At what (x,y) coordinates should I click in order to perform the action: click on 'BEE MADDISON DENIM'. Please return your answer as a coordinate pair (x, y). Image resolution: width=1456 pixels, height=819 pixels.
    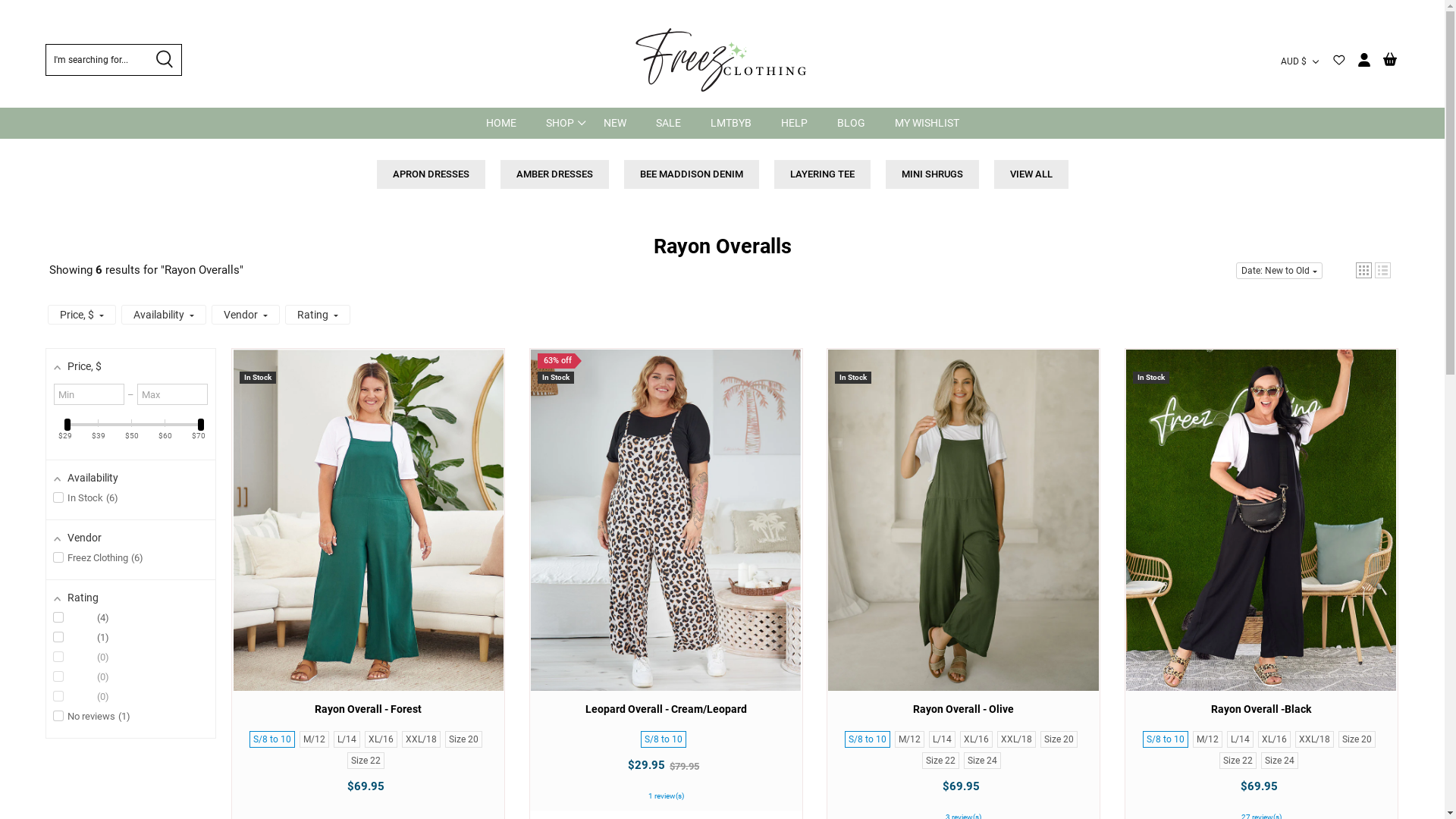
    Looking at the image, I should click on (690, 174).